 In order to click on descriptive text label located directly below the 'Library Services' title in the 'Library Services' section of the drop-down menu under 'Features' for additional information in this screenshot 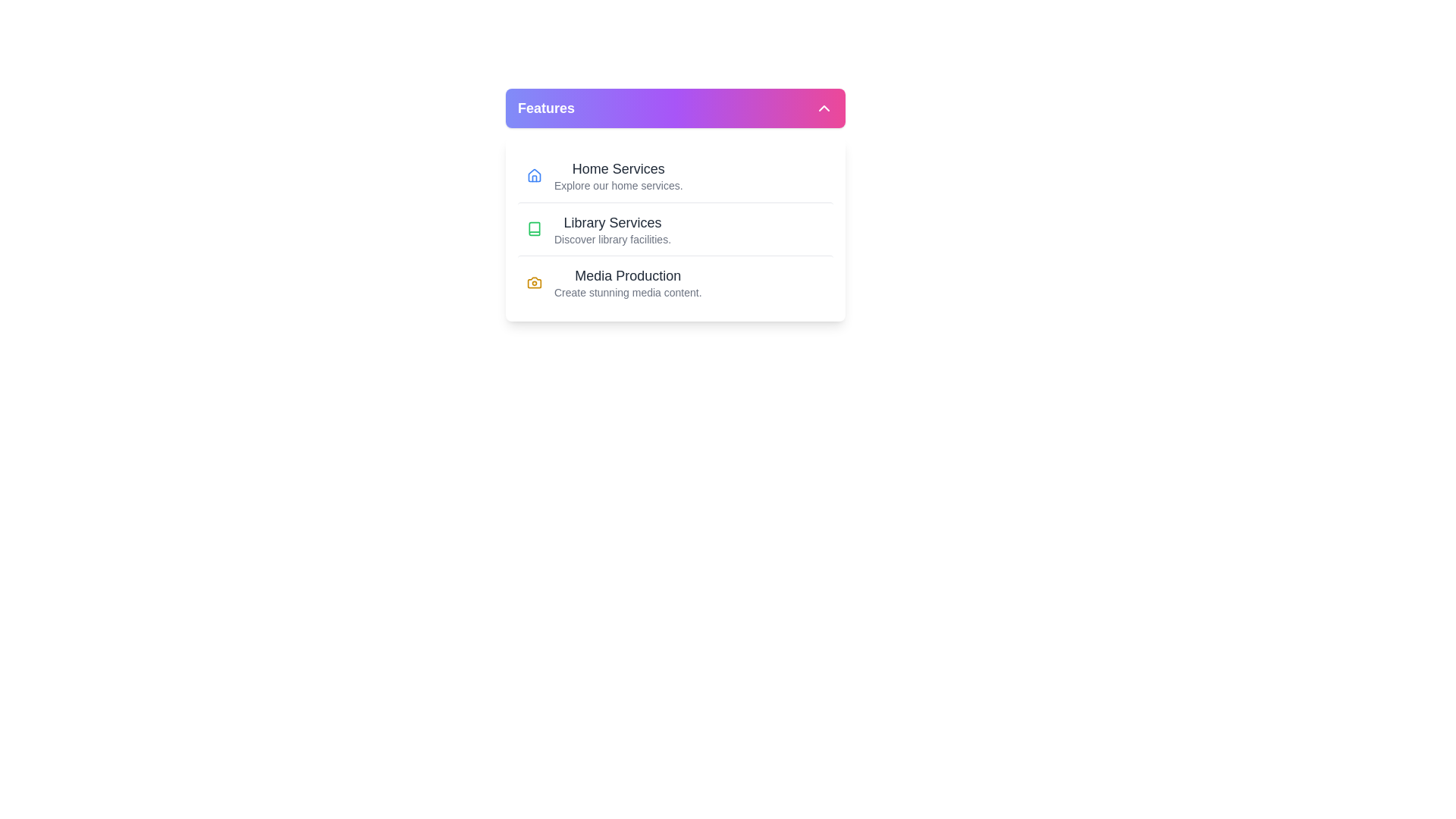, I will do `click(612, 239)`.